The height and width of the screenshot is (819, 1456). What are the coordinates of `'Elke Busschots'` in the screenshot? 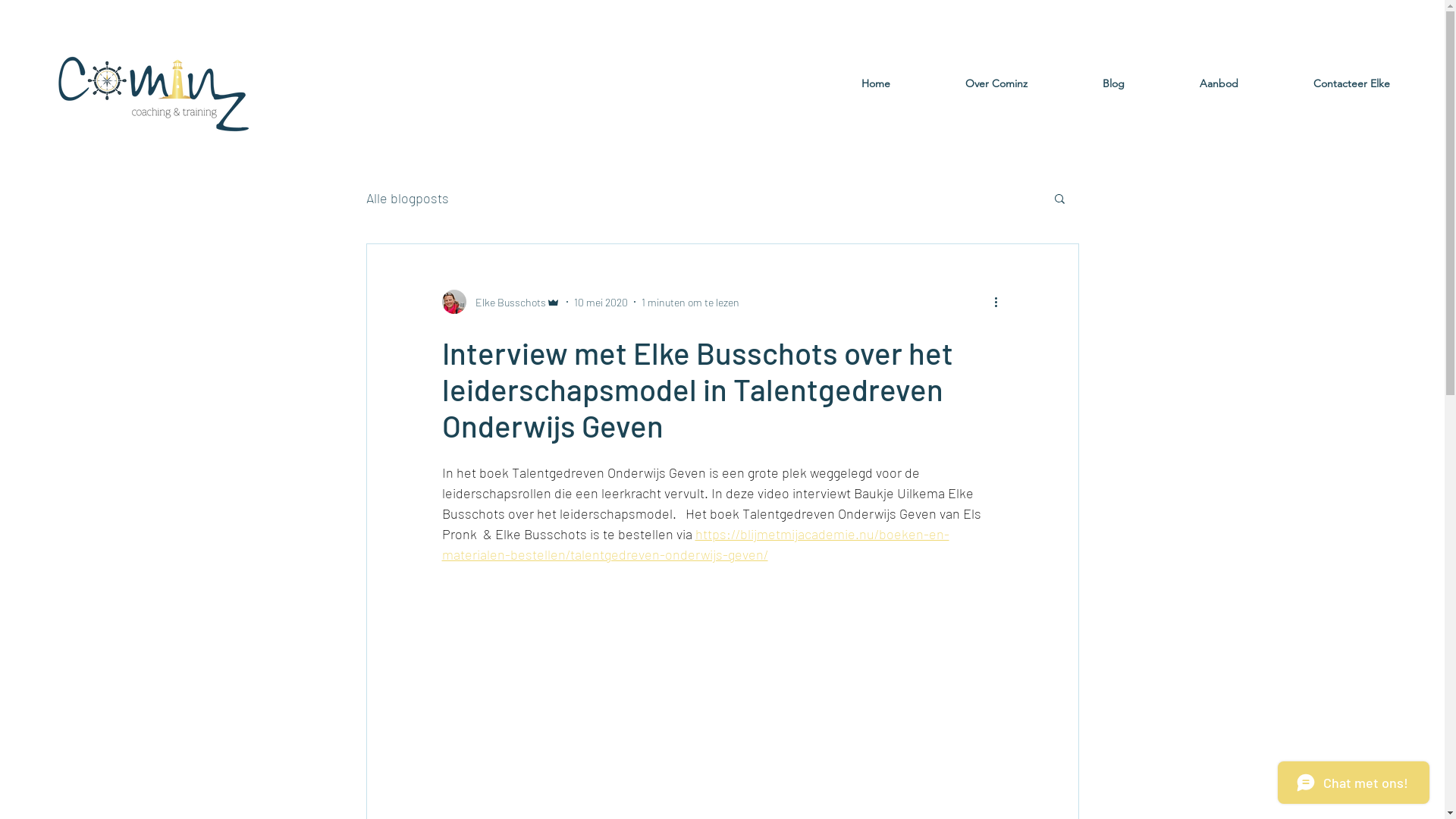 It's located at (500, 301).